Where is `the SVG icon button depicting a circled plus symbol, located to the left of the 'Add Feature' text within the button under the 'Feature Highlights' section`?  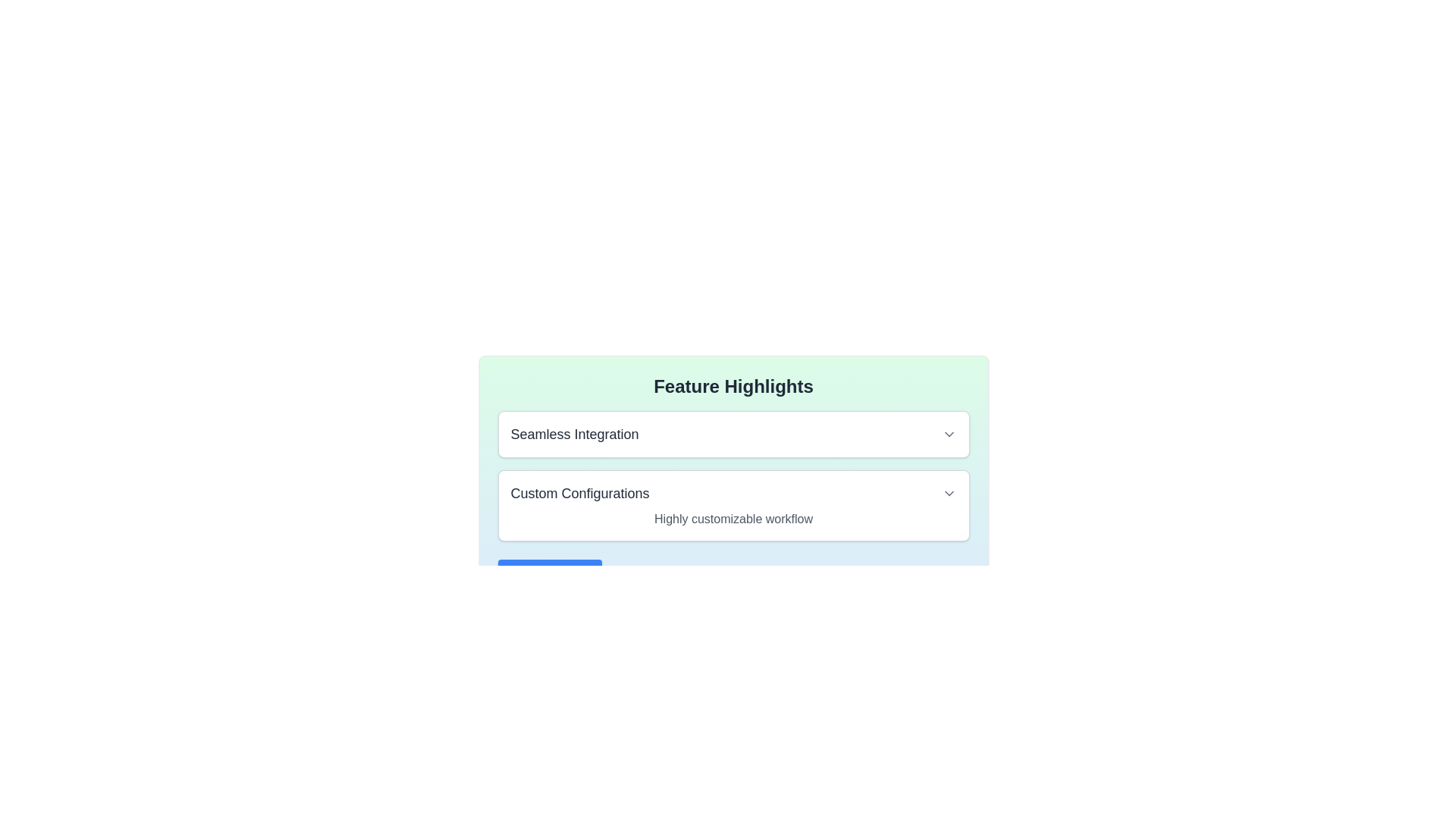
the SVG icon button depicting a circled plus symbol, located to the left of the 'Add Feature' text within the button under the 'Feature Highlights' section is located at coordinates (517, 579).